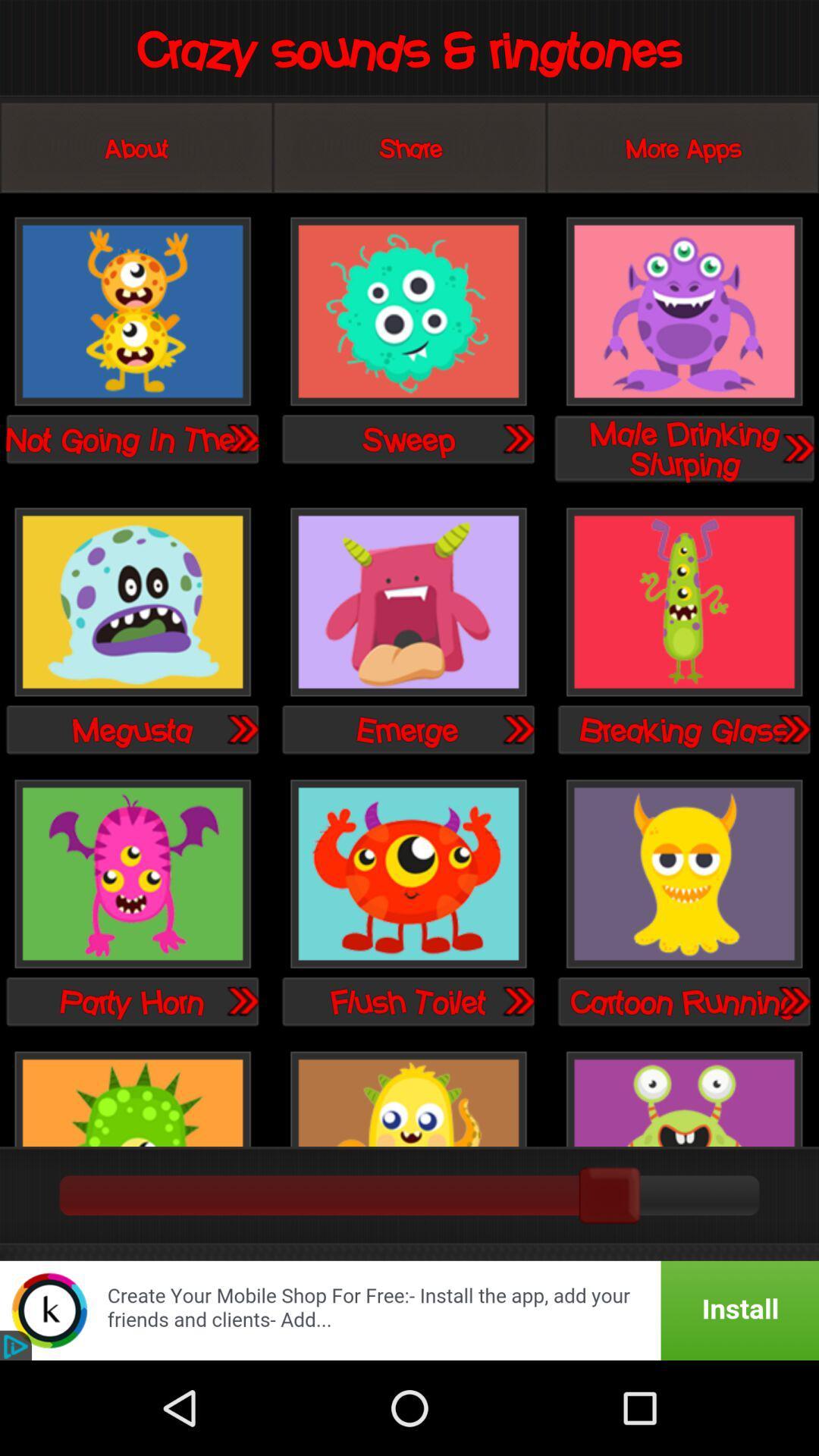  I want to click on display picture, so click(684, 1097).